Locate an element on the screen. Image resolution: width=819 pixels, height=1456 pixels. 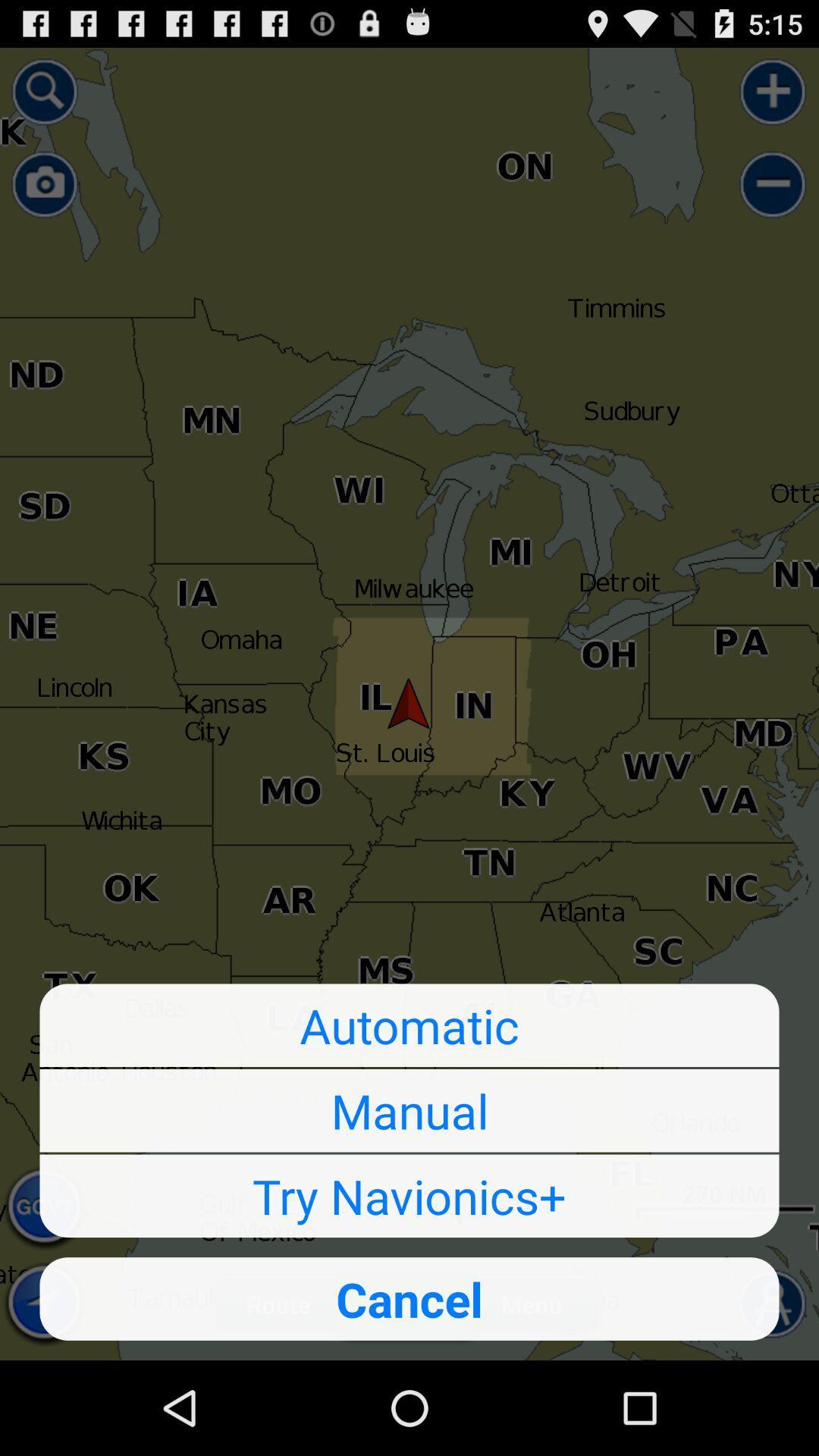
manual button is located at coordinates (409, 1110).